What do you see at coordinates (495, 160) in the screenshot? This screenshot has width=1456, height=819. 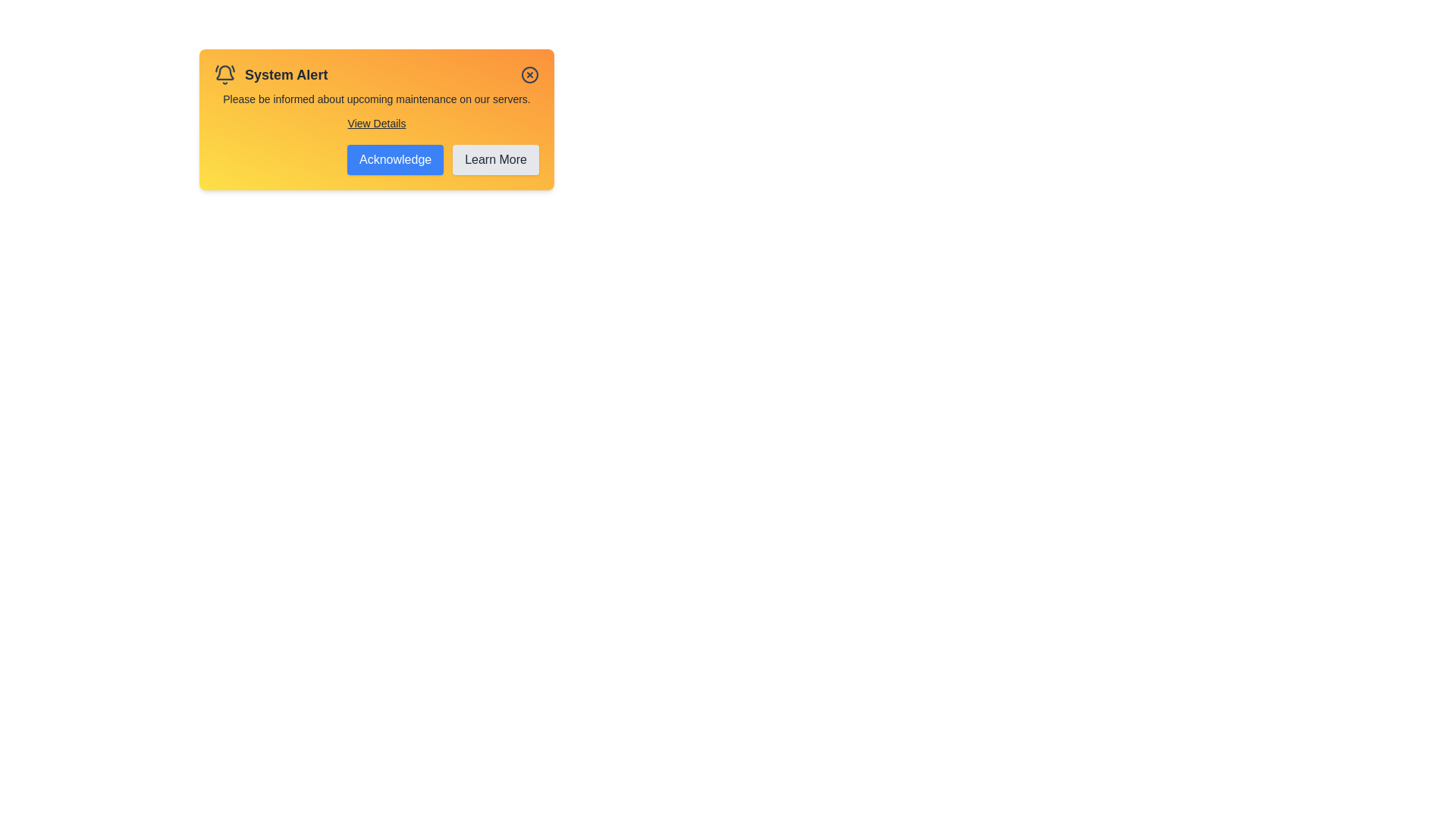 I see `'Learn More' button to learn more about the alert` at bounding box center [495, 160].